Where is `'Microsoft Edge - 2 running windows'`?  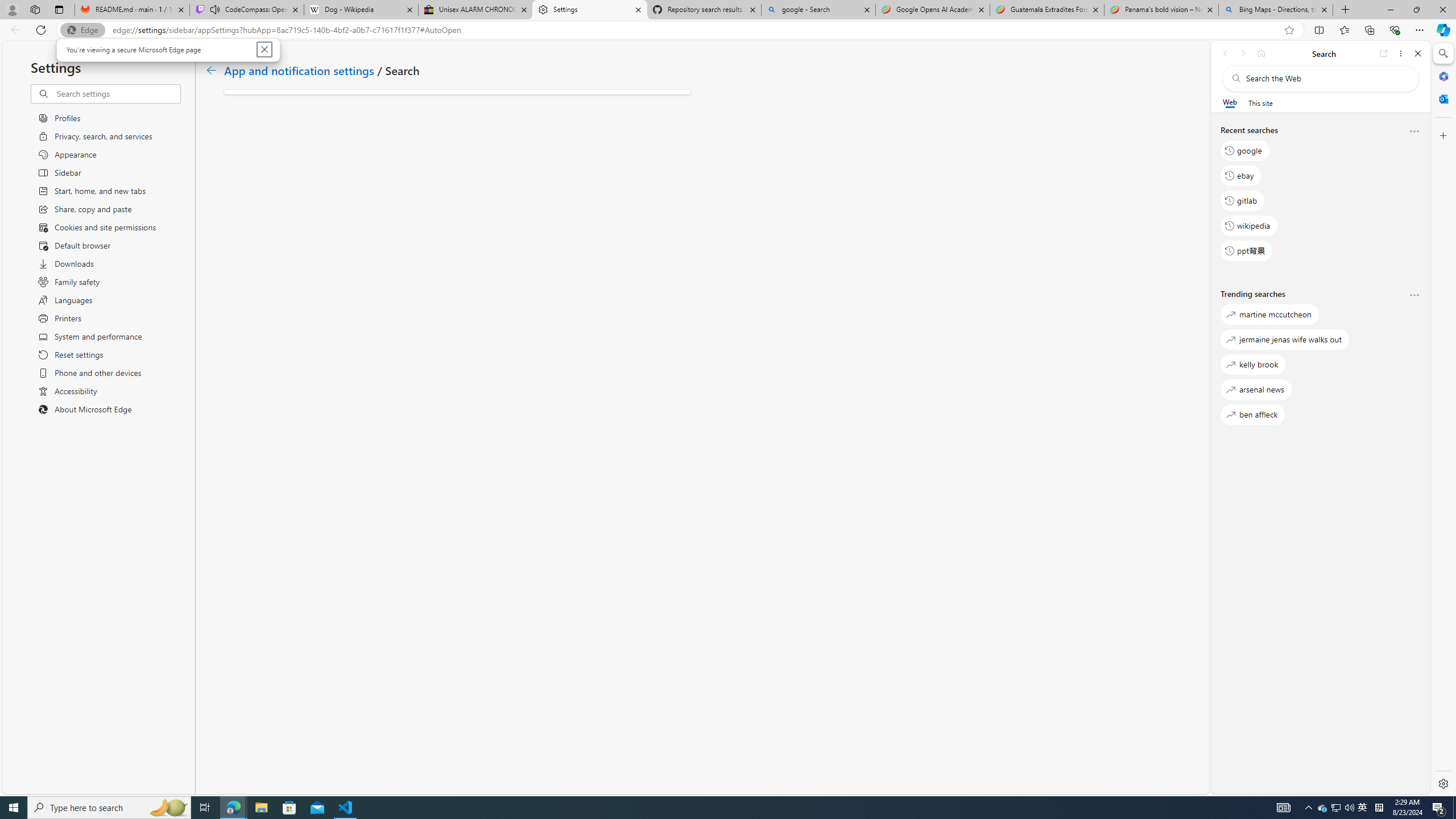 'Microsoft Edge - 2 running windows' is located at coordinates (233, 806).